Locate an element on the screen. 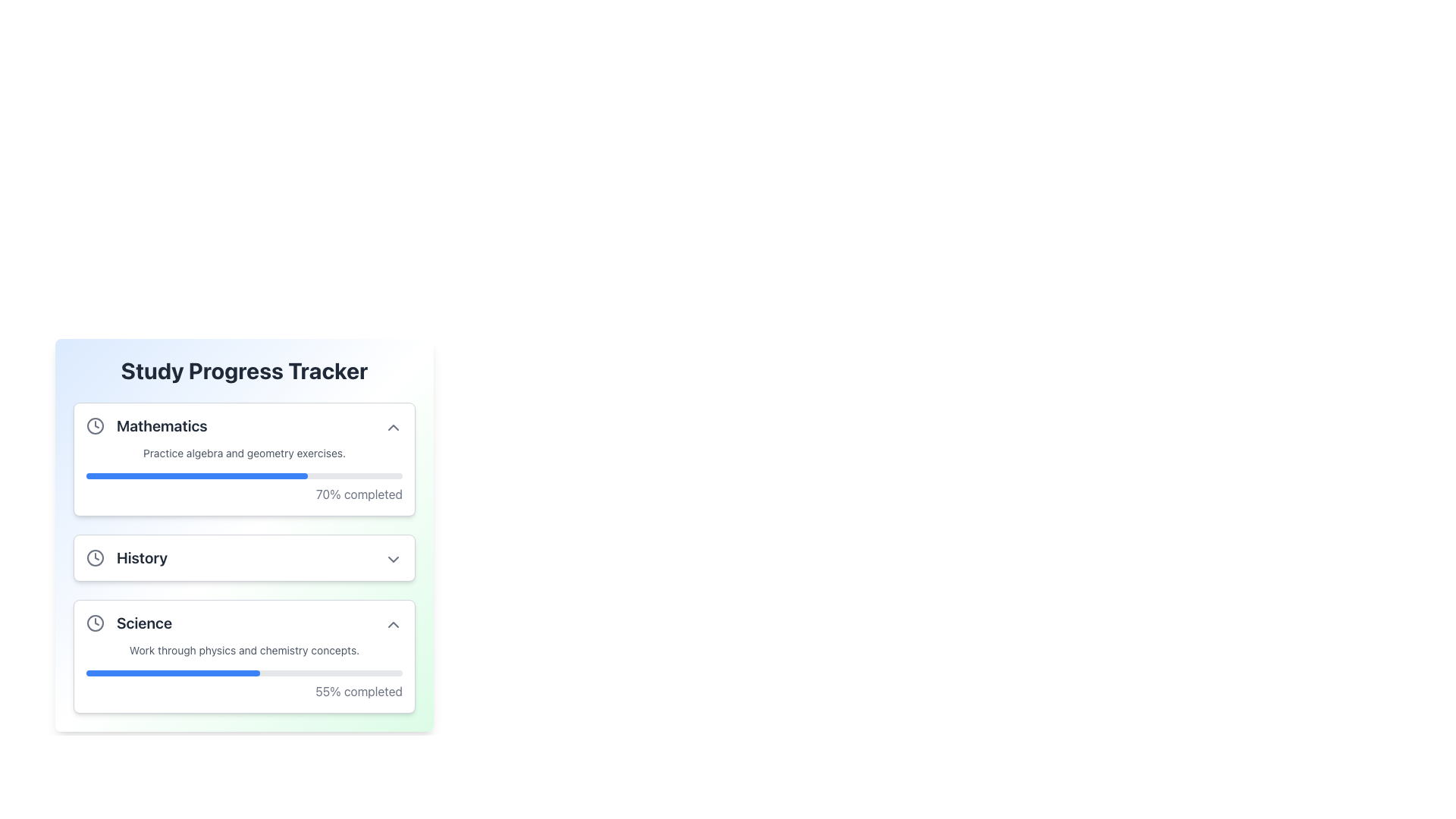 The width and height of the screenshot is (1456, 819). the blue fill segment of the progress bar representing 70% completion in the Mathematics section of the Study Progress Tracker interface for potential interactivity is located at coordinates (196, 475).